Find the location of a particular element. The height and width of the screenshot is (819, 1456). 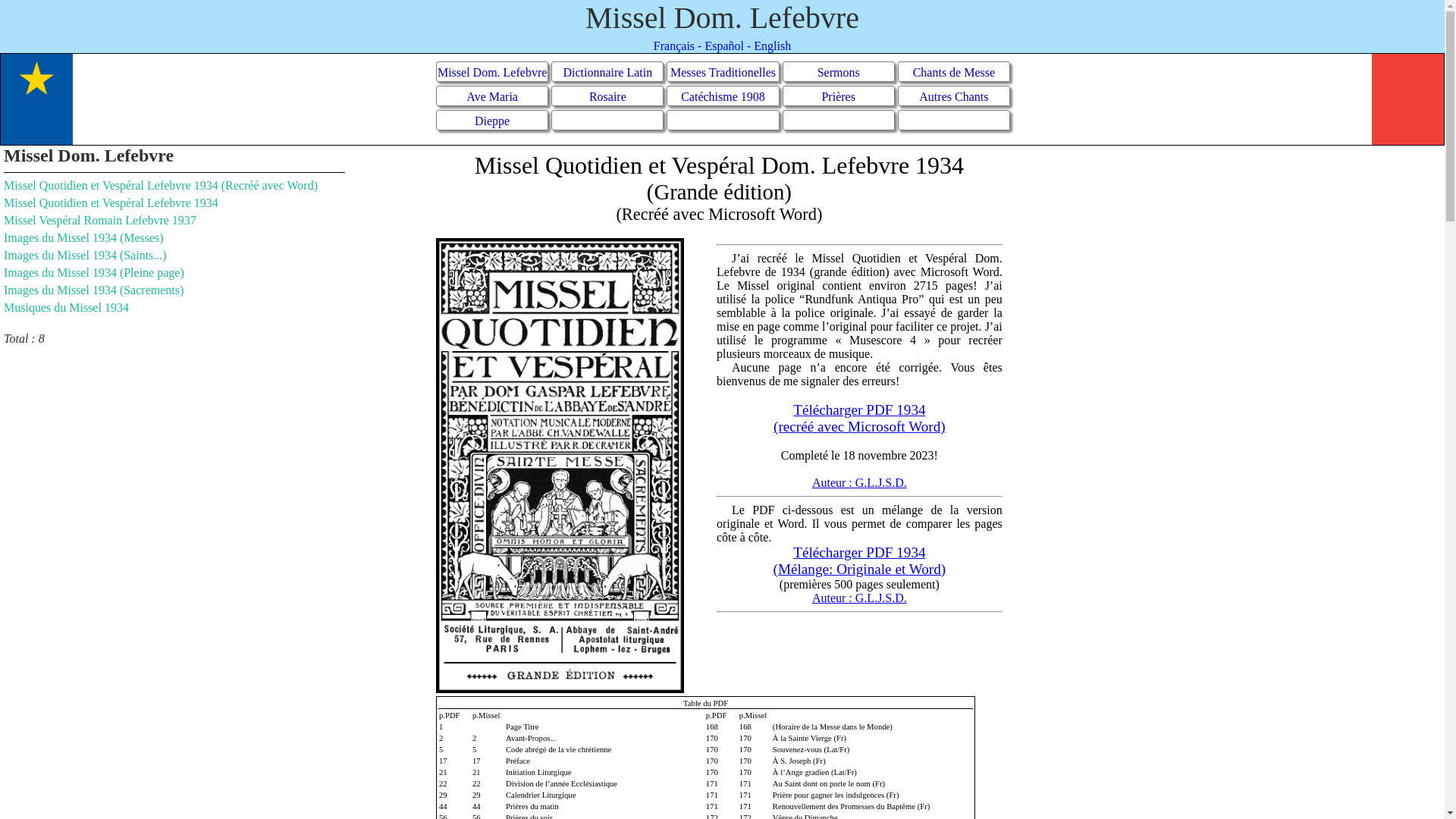

'Sermons' is located at coordinates (837, 71).